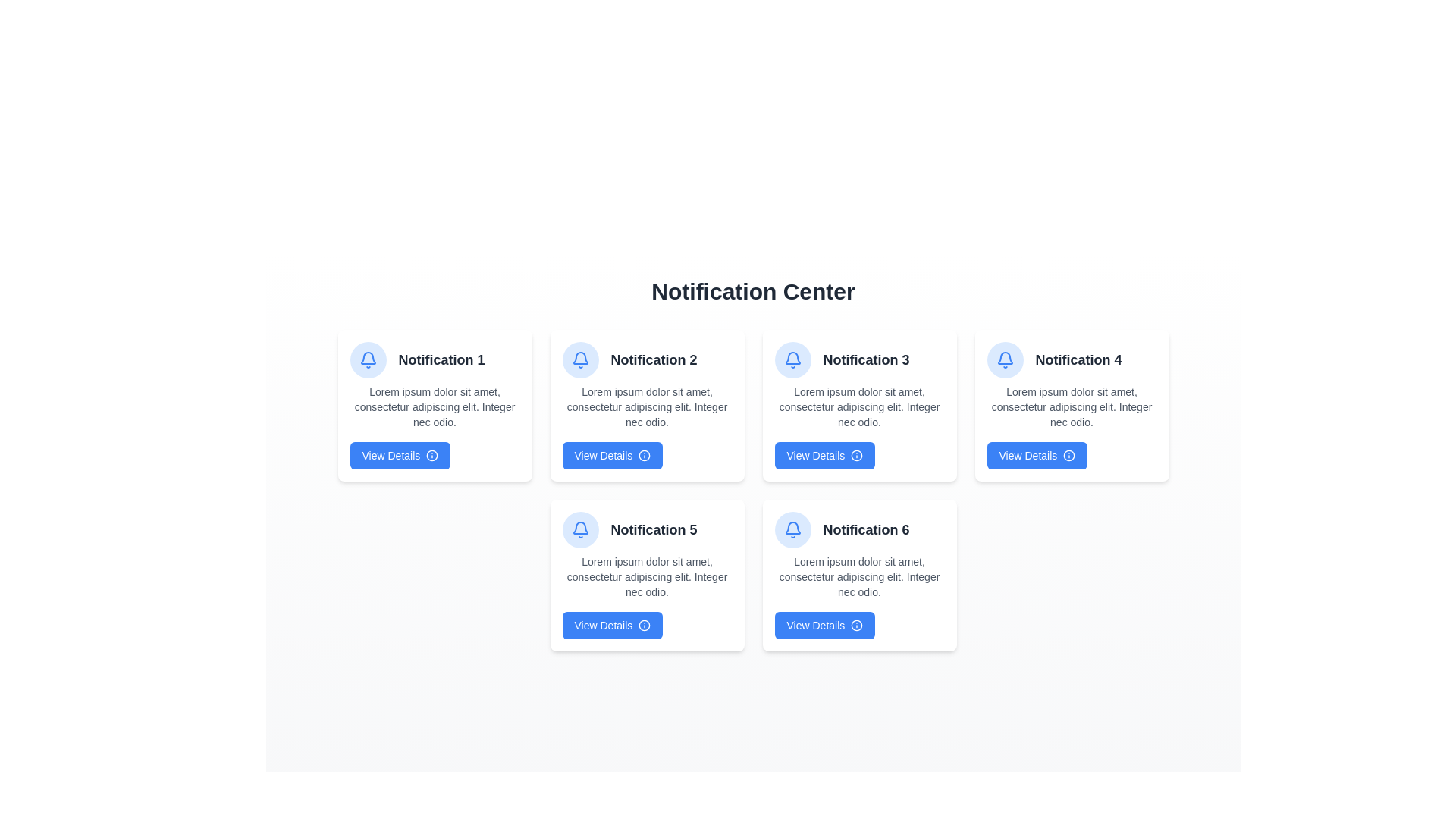 The image size is (1456, 819). What do you see at coordinates (647, 359) in the screenshot?
I see `the text label displaying 'Notification 2' with a bold font and dark color, located in the second notification box of a grid, directly above a description and a 'View Details' button` at bounding box center [647, 359].